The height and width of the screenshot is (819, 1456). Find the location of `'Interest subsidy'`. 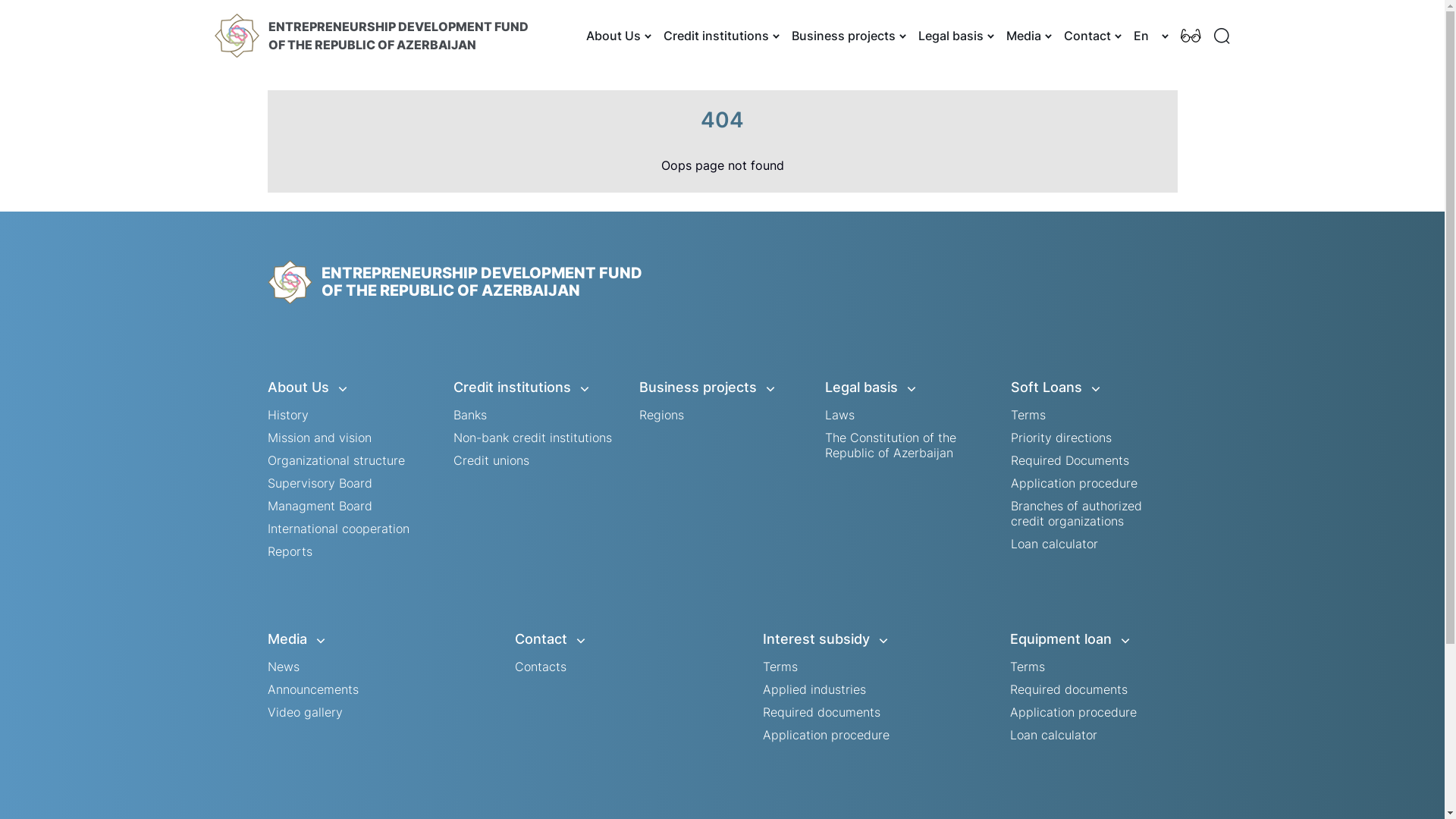

'Interest subsidy' is located at coordinates (846, 639).